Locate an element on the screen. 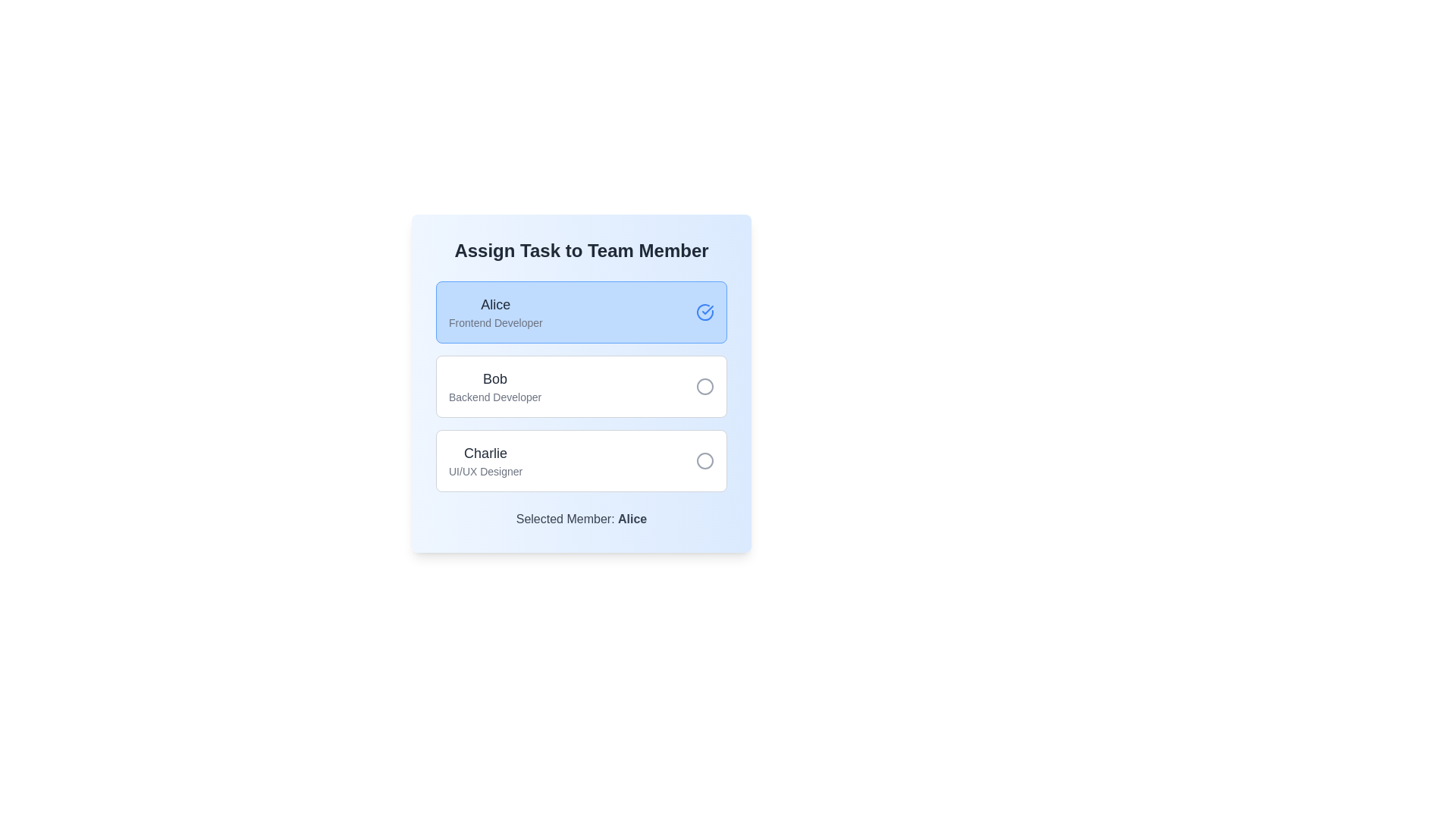 Image resolution: width=1456 pixels, height=819 pixels. the text display component showing 'Alice' and 'Frontend Developer' is located at coordinates (495, 312).